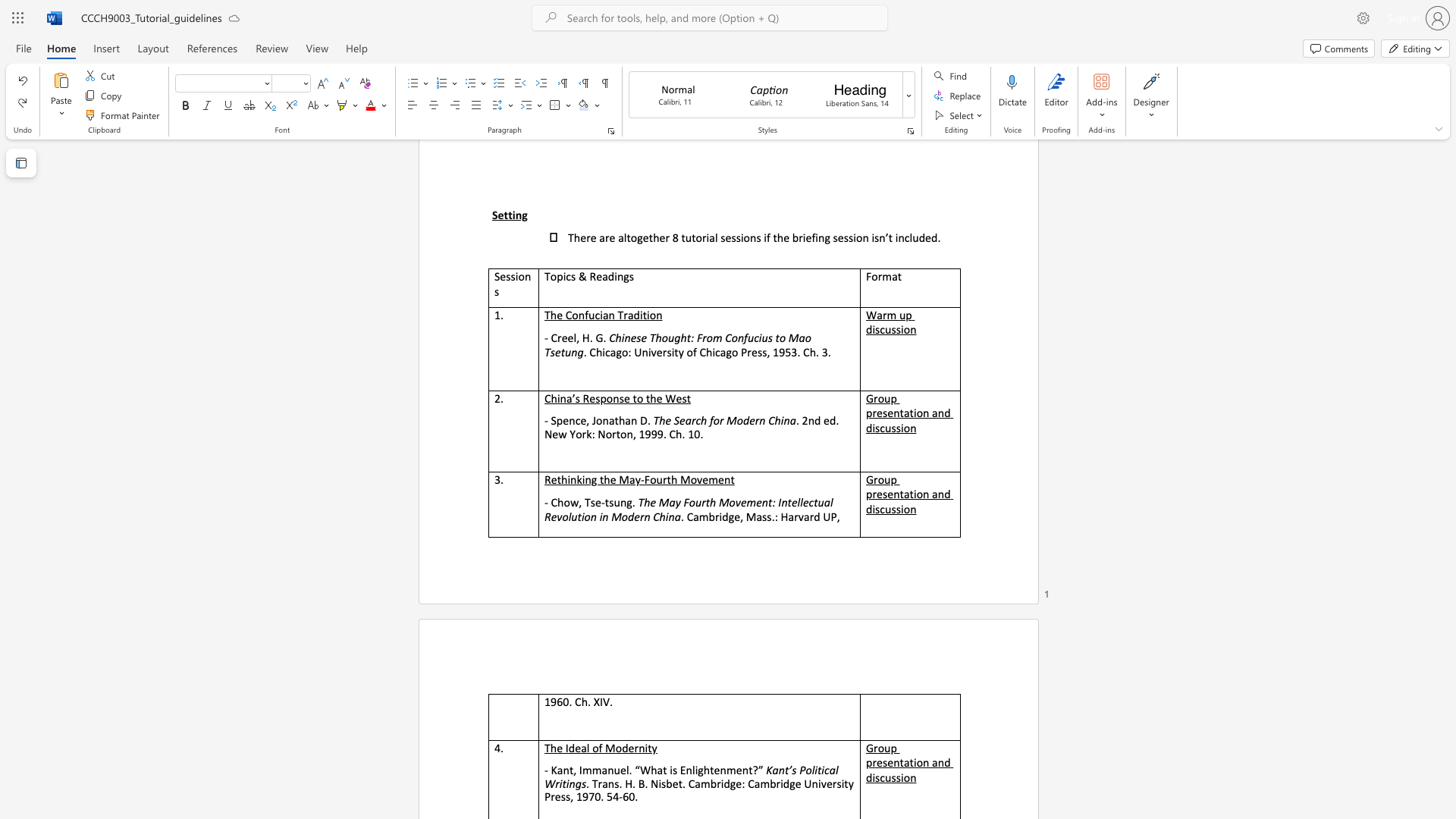 The width and height of the screenshot is (1456, 819). Describe the element at coordinates (694, 770) in the screenshot. I see `the subset text "ight" within the text "- Kant, Immanuel. “What is Enlightenment?”"` at that location.